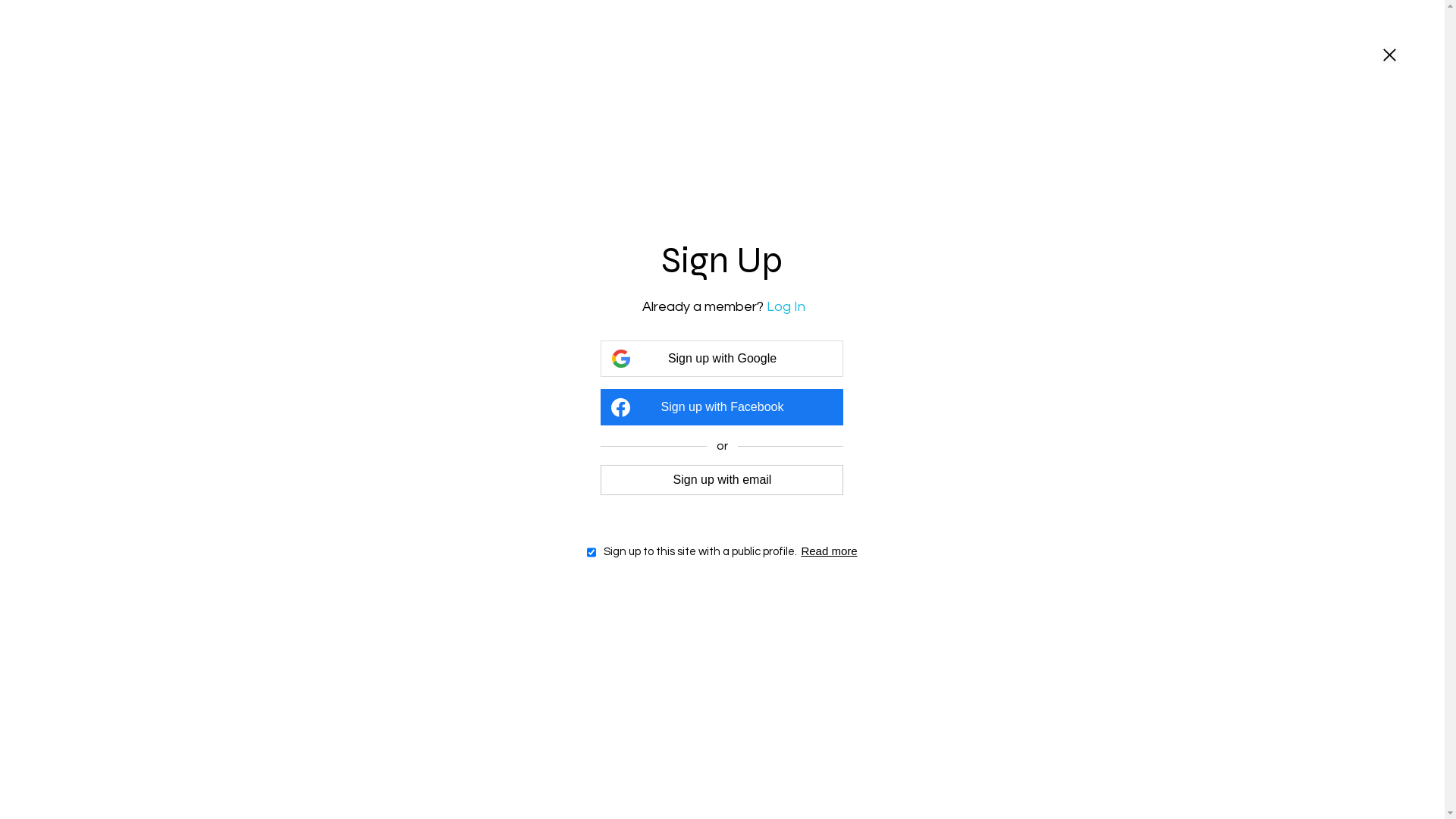 The image size is (1456, 819). I want to click on 'Sign up with Facebook', so click(720, 406).